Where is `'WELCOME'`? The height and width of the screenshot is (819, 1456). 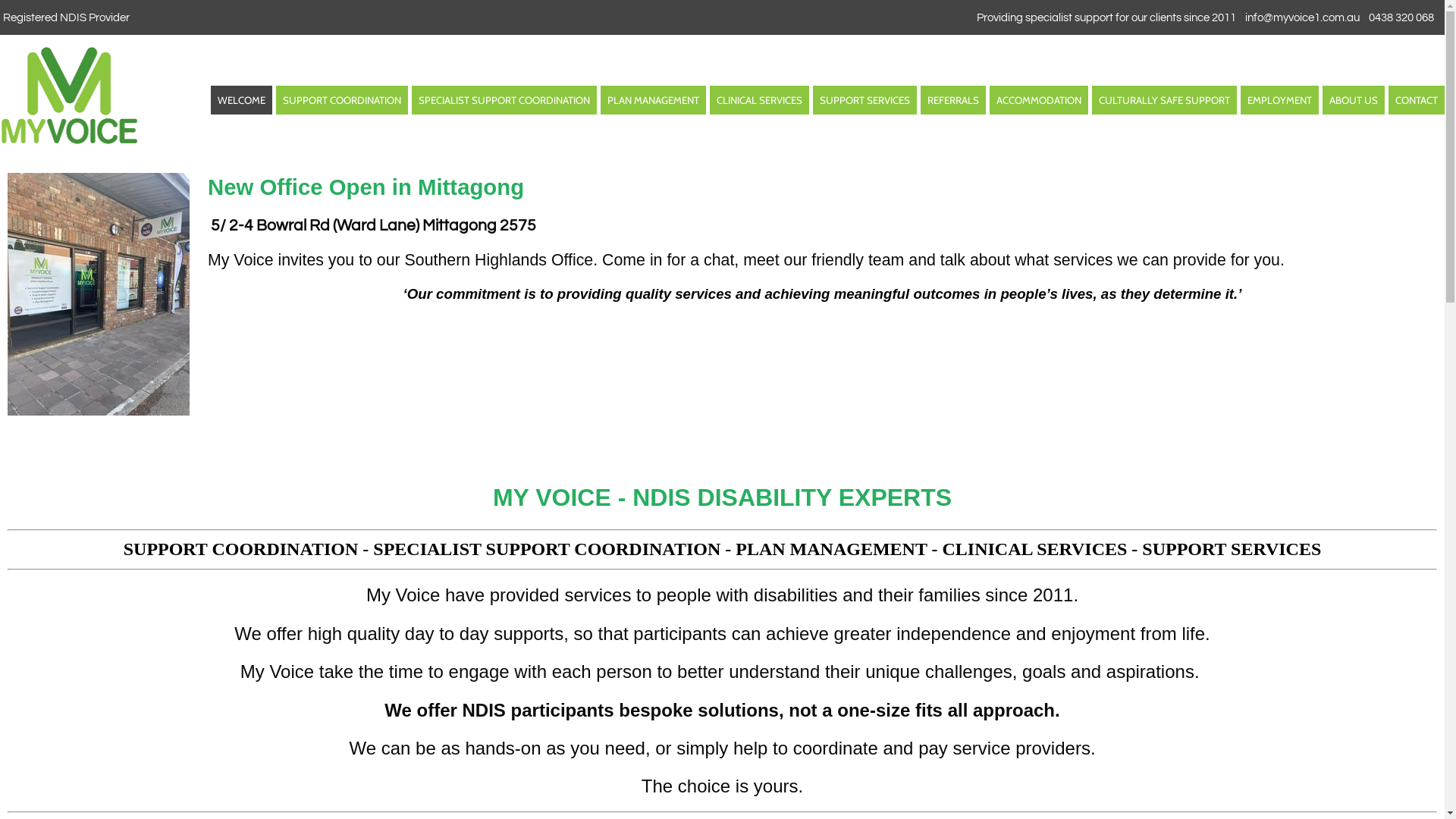
'WELCOME' is located at coordinates (210, 100).